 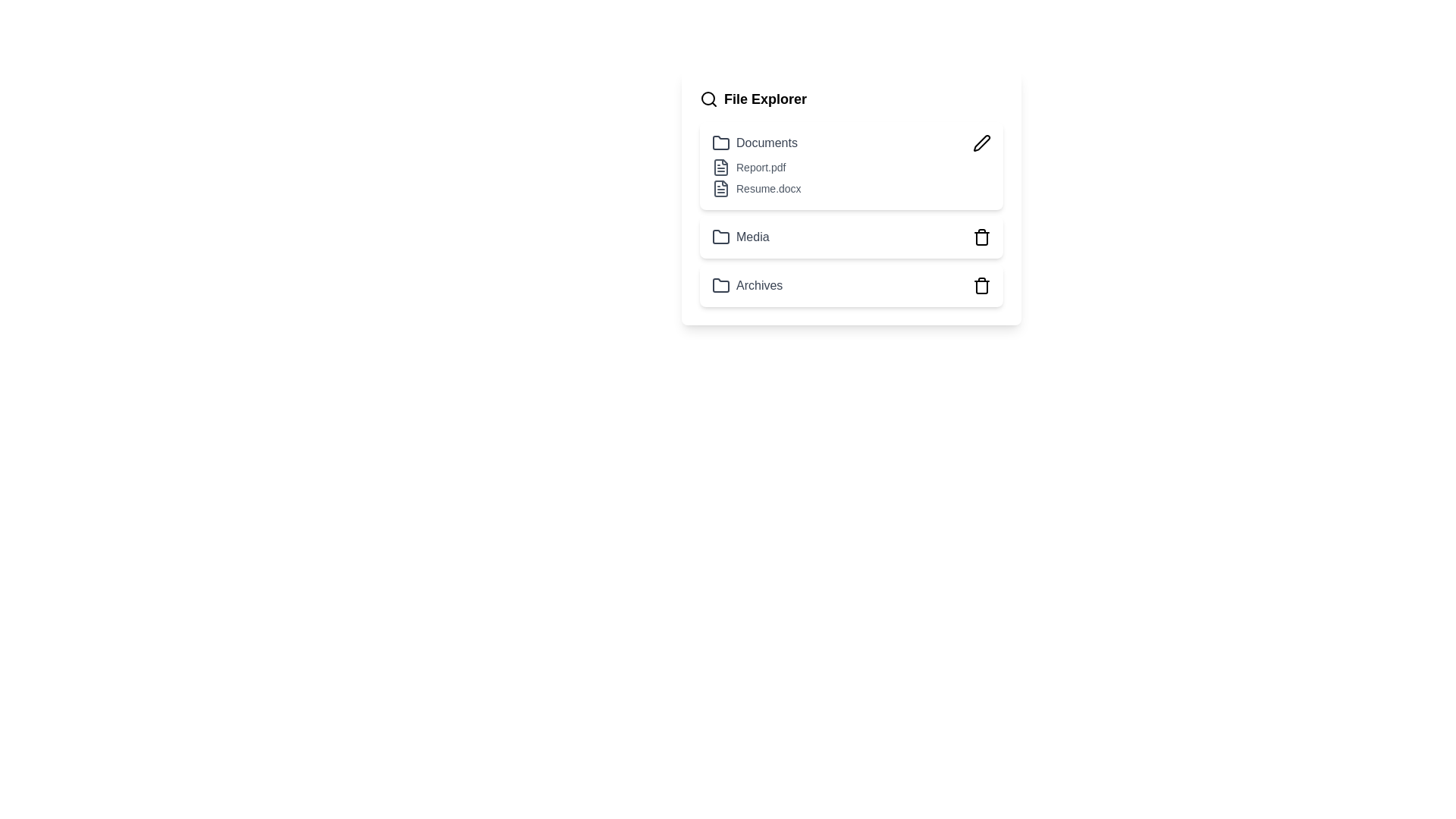 What do you see at coordinates (708, 99) in the screenshot?
I see `the SVG Circle that represents the lens of a magnifying glass in the top left corner of the 'File Explorer' section` at bounding box center [708, 99].